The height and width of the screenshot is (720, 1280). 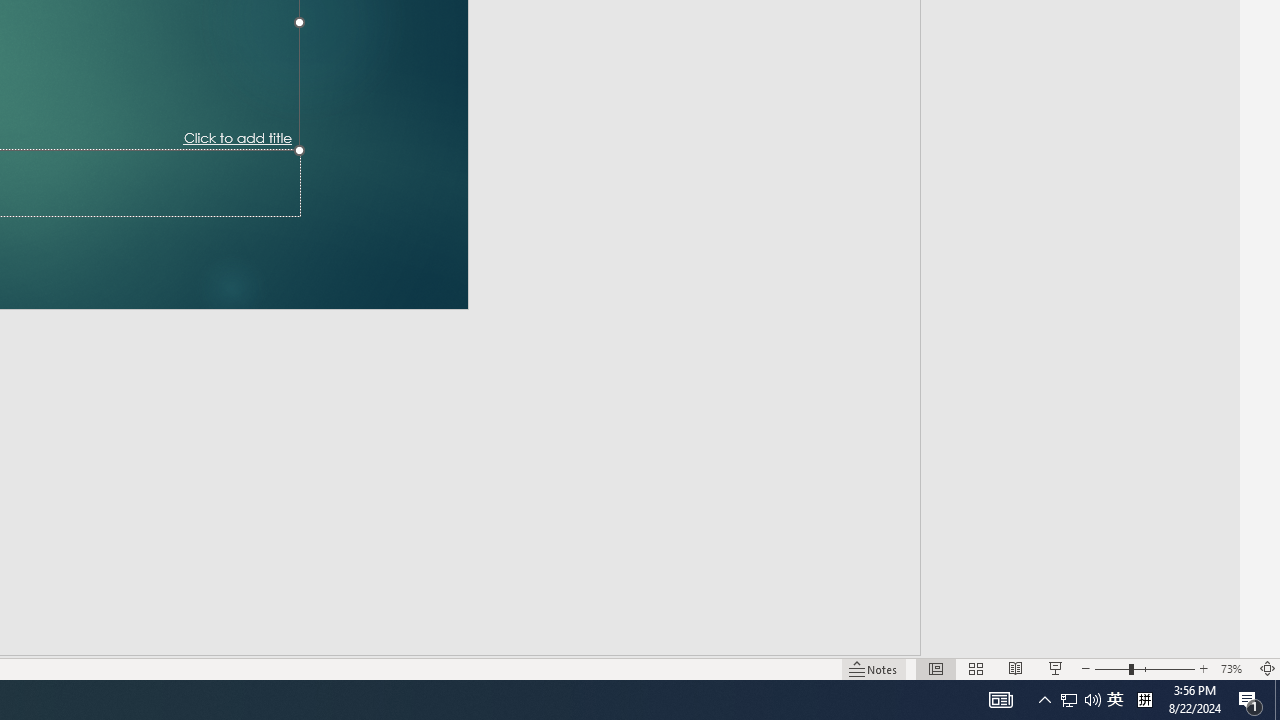 I want to click on 'Zoom 75%', so click(x=1248, y=640).